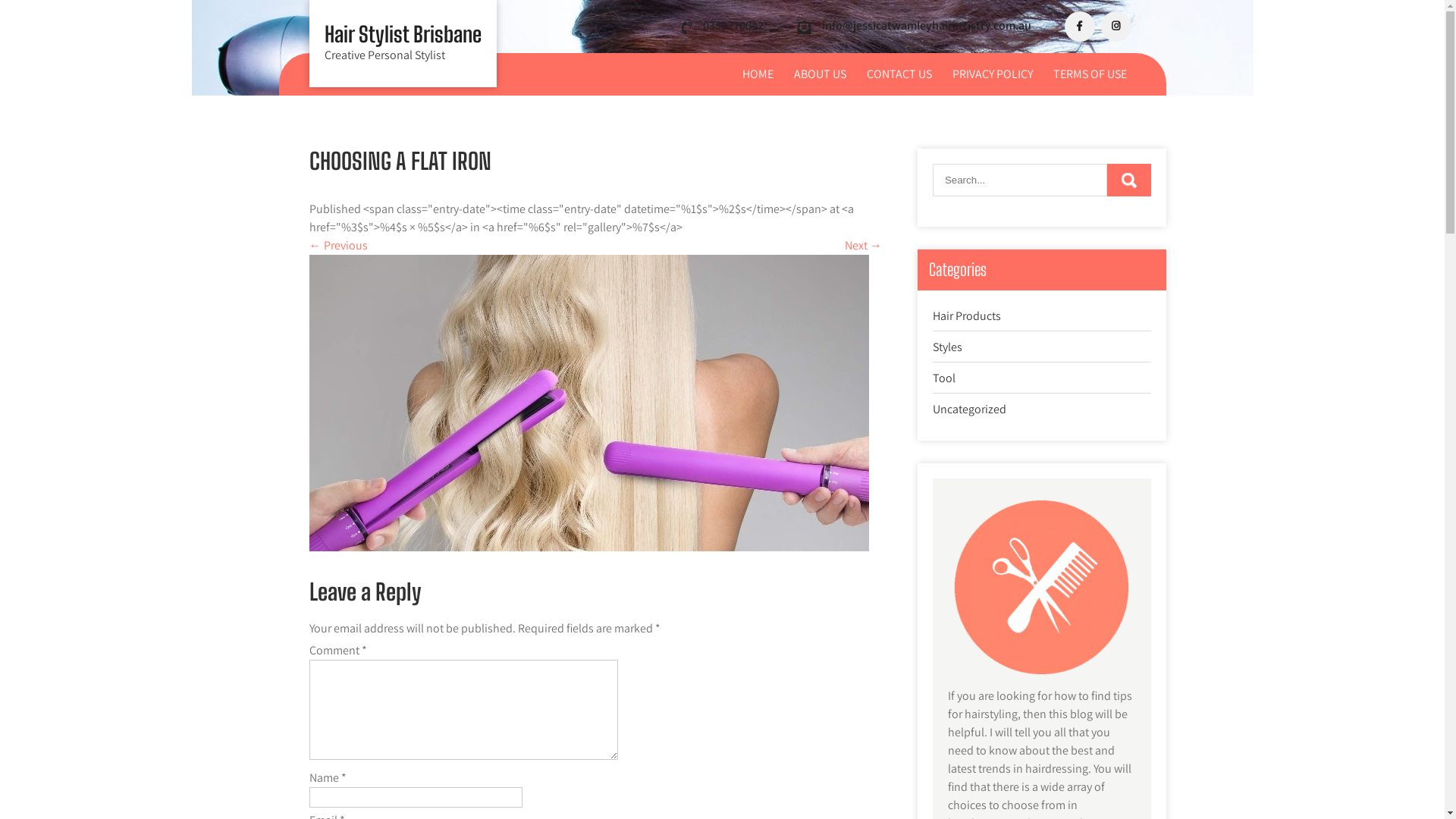  Describe the element at coordinates (926, 25) in the screenshot. I see `'info@jessicatwamleyhairartistry.com.au'` at that location.